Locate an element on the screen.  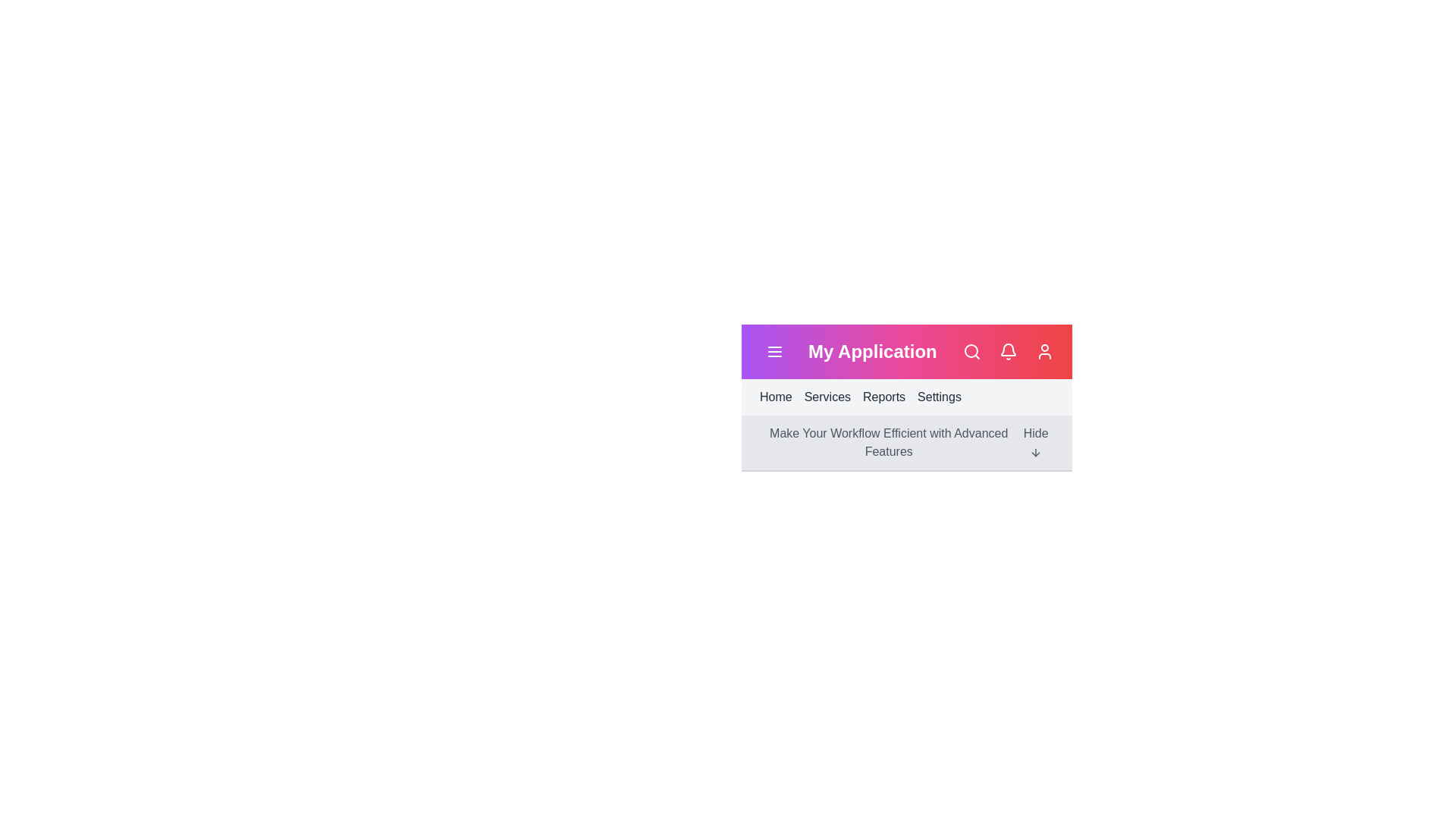
the 'Hide' button to close the details section is located at coordinates (1035, 442).